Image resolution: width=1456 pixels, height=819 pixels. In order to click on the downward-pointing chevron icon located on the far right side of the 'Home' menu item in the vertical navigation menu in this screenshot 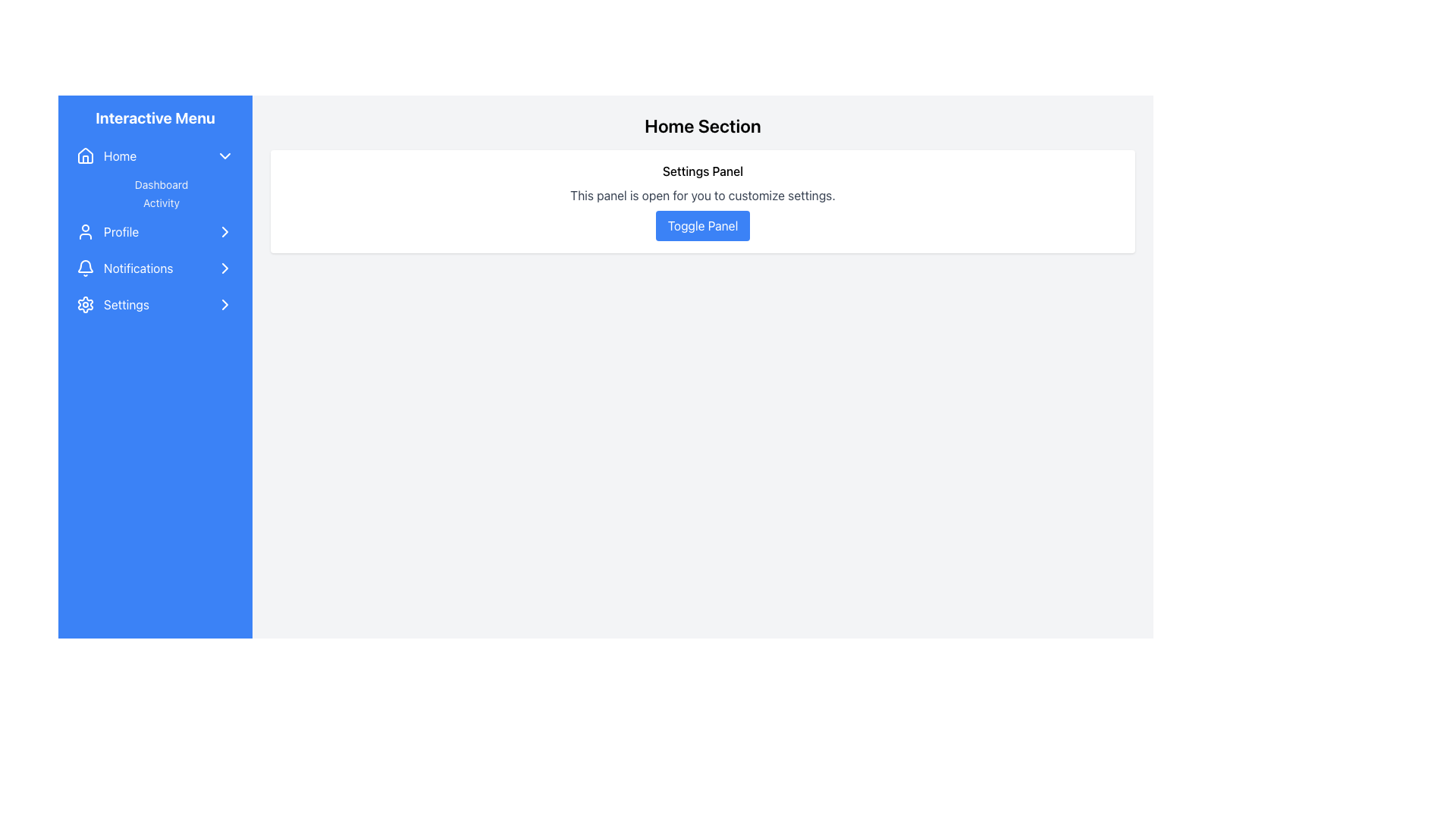, I will do `click(224, 155)`.